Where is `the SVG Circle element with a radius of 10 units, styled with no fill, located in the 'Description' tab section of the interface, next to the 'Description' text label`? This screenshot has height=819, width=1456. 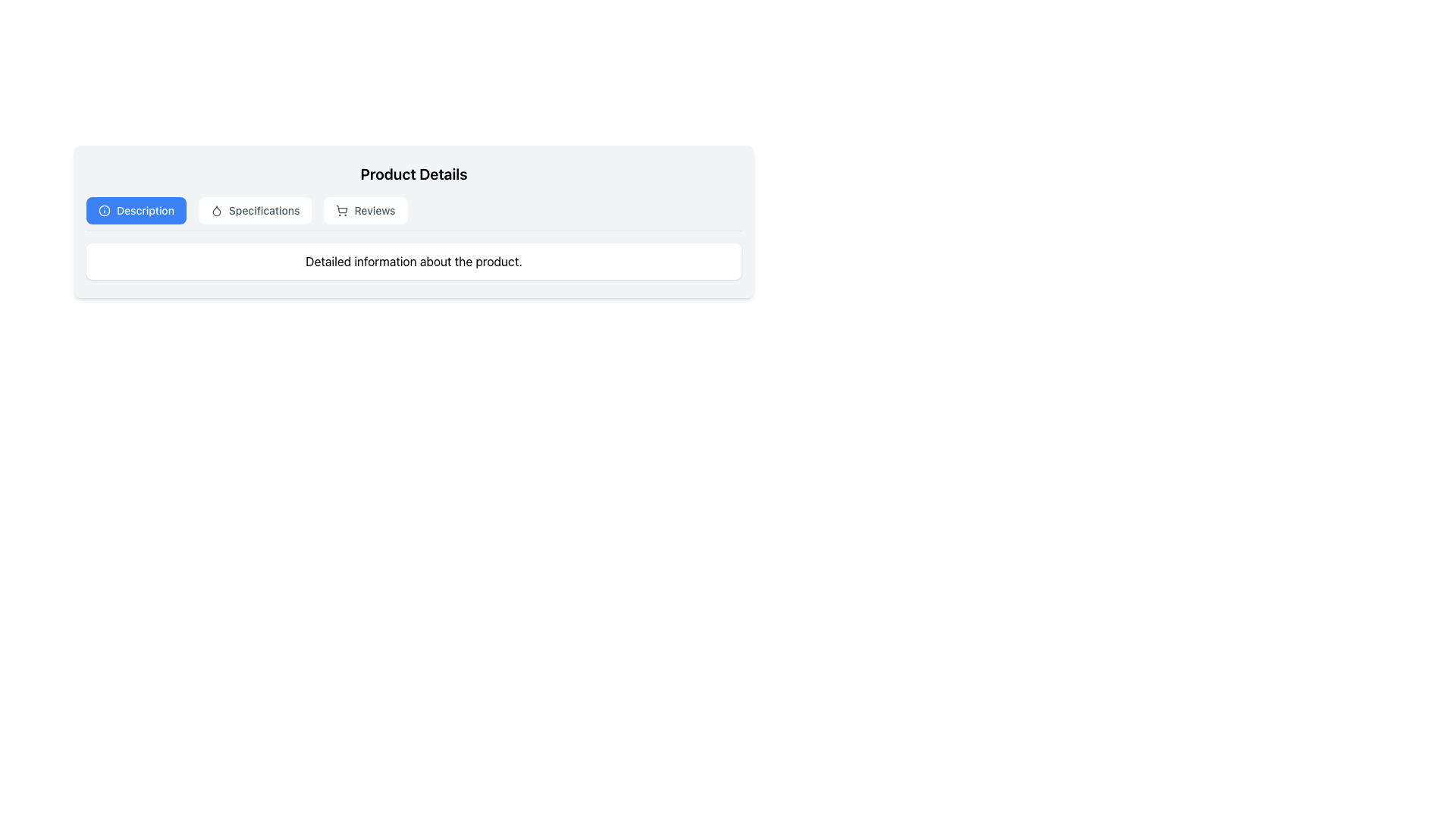 the SVG Circle element with a radius of 10 units, styled with no fill, located in the 'Description' tab section of the interface, next to the 'Description' text label is located at coordinates (104, 210).